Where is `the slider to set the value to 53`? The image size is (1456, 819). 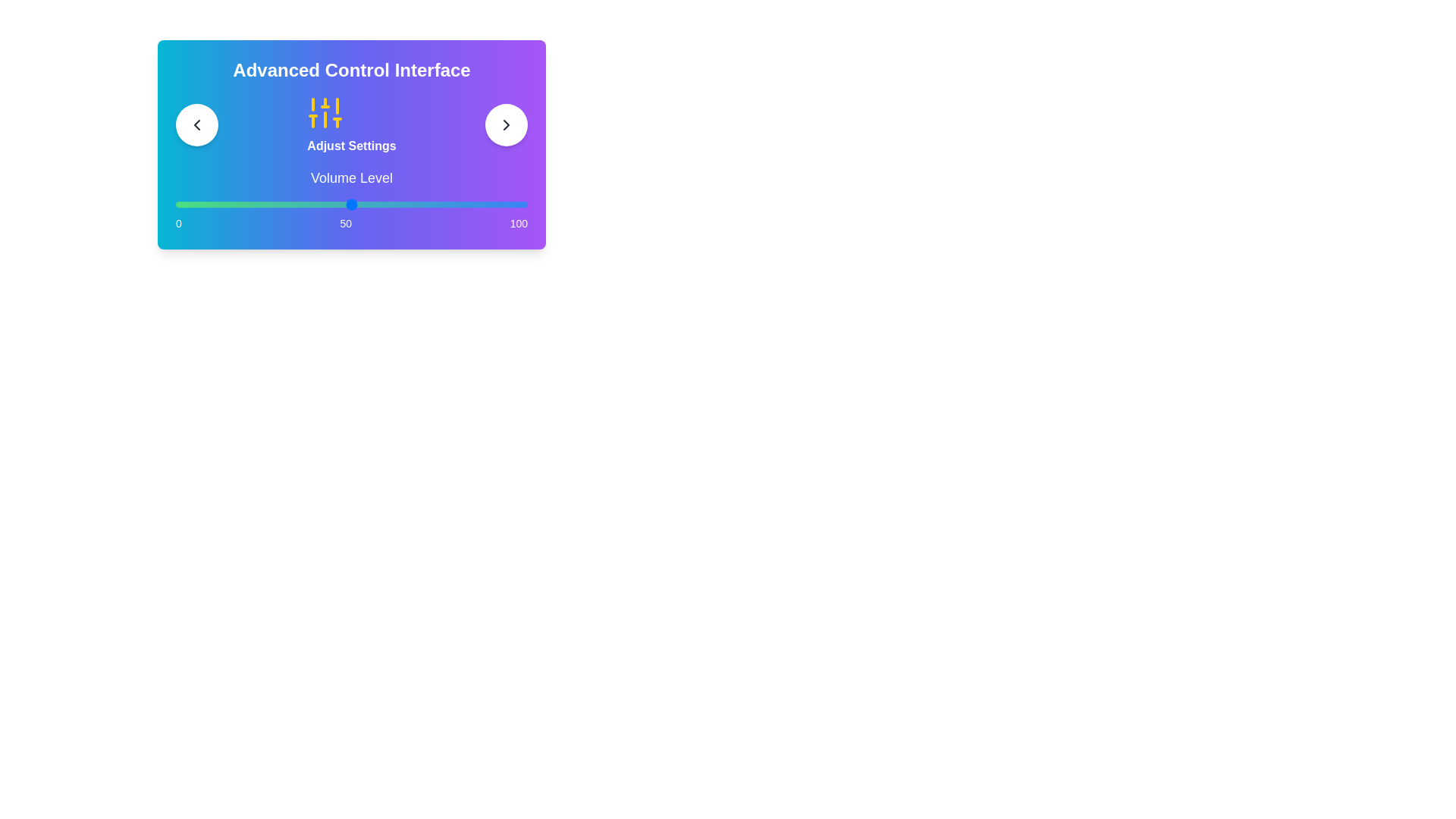 the slider to set the value to 53 is located at coordinates (361, 205).